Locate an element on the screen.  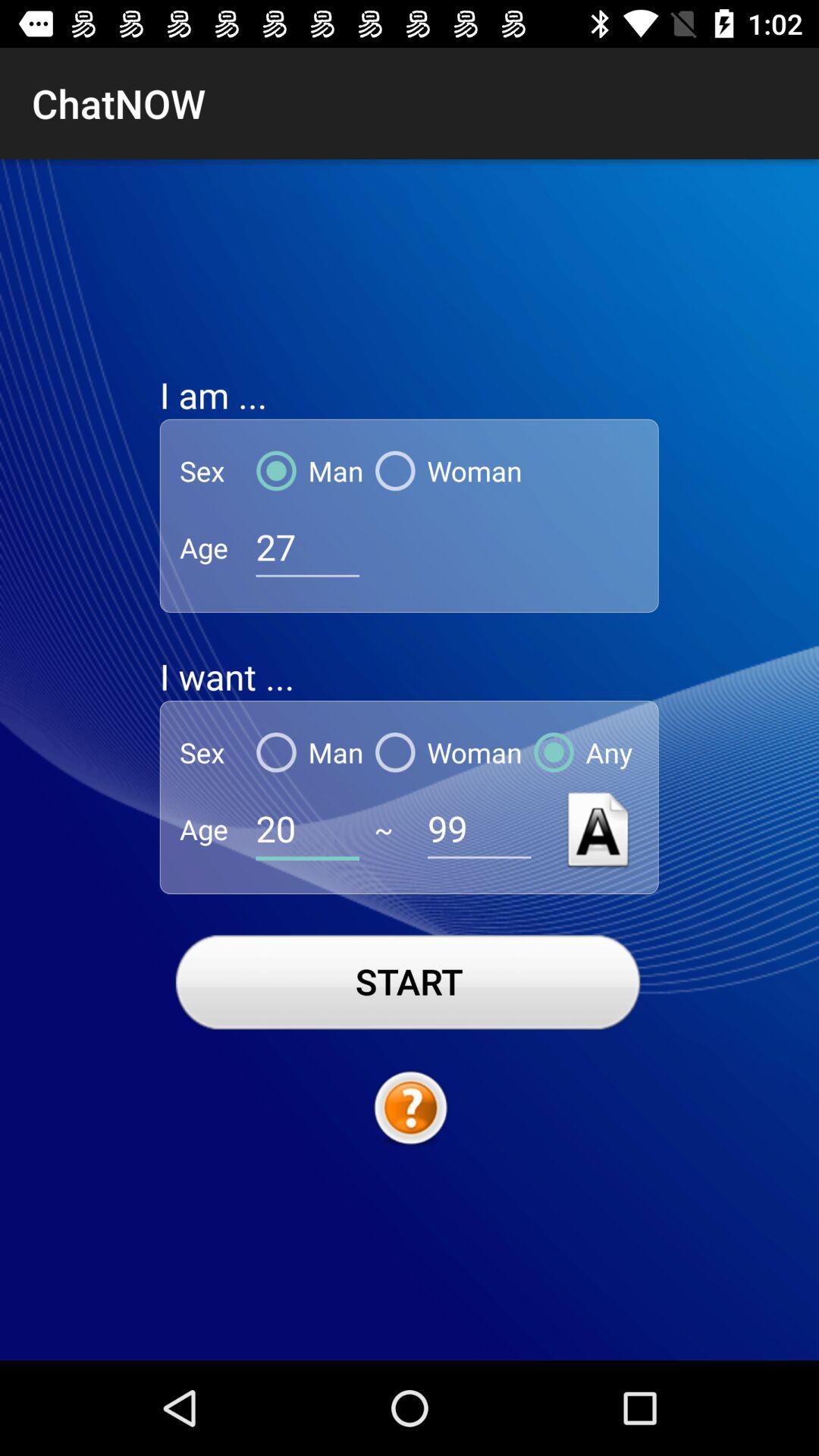
the font icon is located at coordinates (598, 828).